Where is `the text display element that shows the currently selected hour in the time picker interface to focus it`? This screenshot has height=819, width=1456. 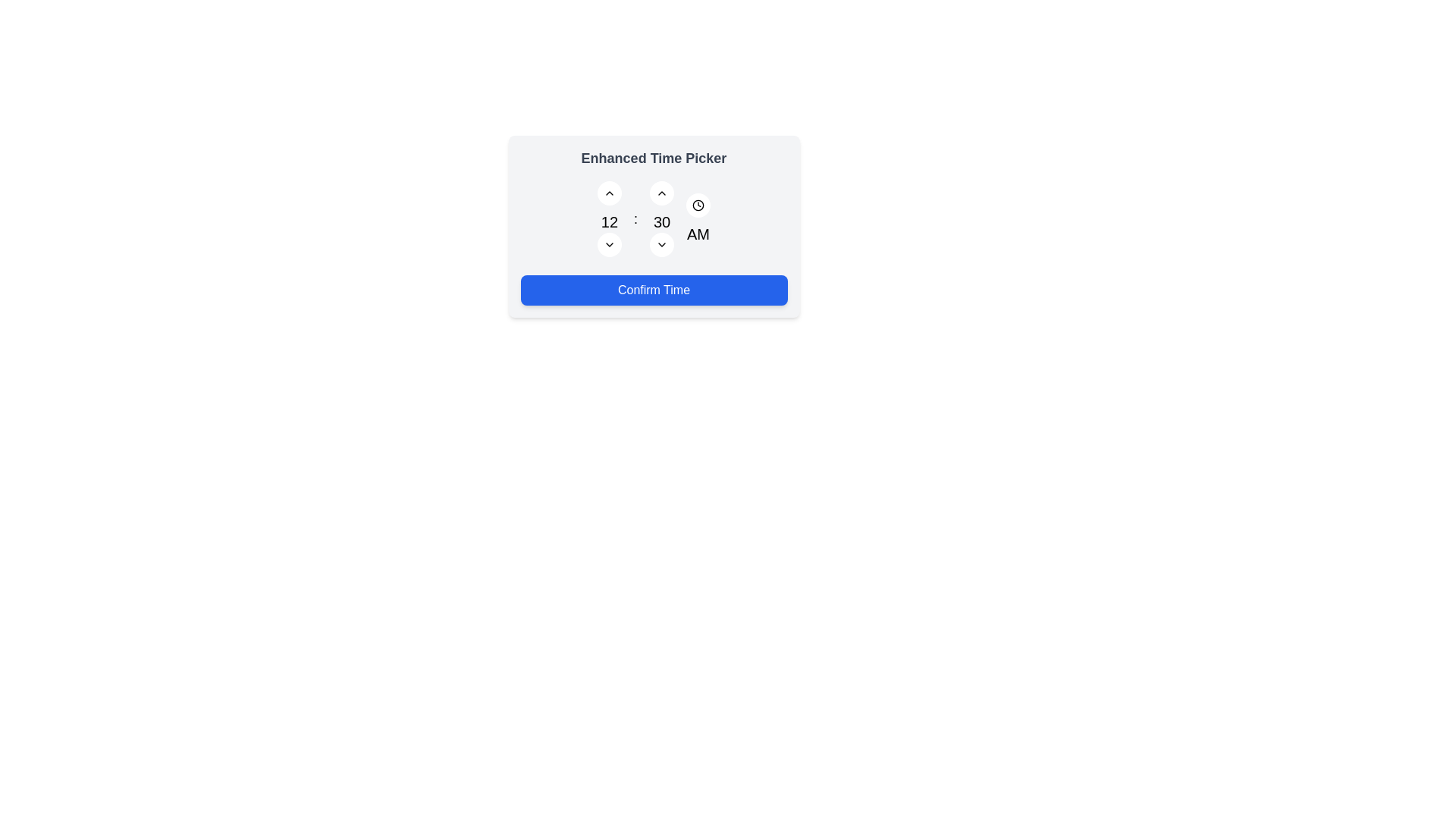 the text display element that shows the currently selected hour in the time picker interface to focus it is located at coordinates (609, 222).